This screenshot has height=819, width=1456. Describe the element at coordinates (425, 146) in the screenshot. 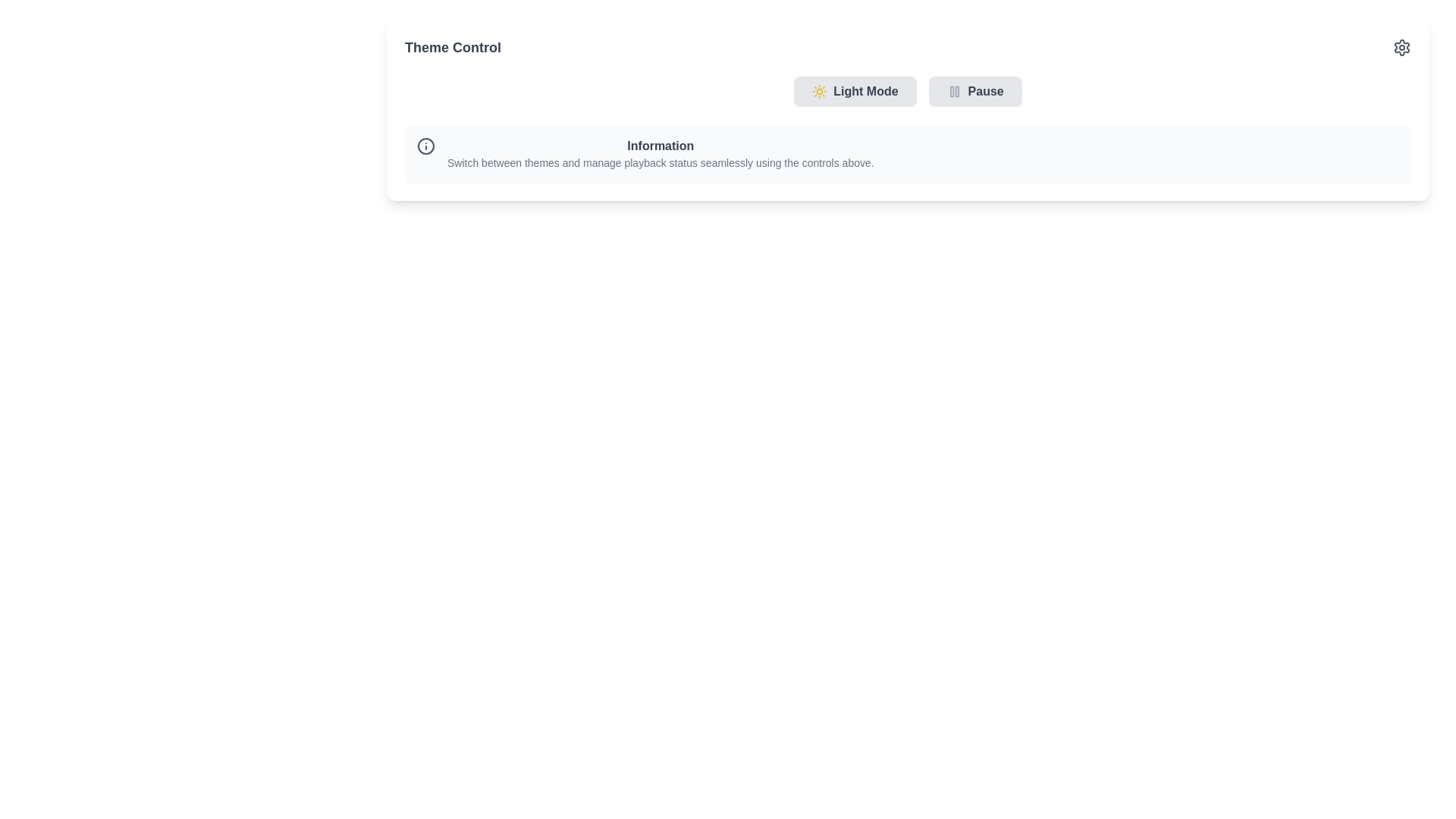

I see `the circular SVG element with a radius of 10, which is part of the information icon located next to the 'Theme Control' header` at that location.